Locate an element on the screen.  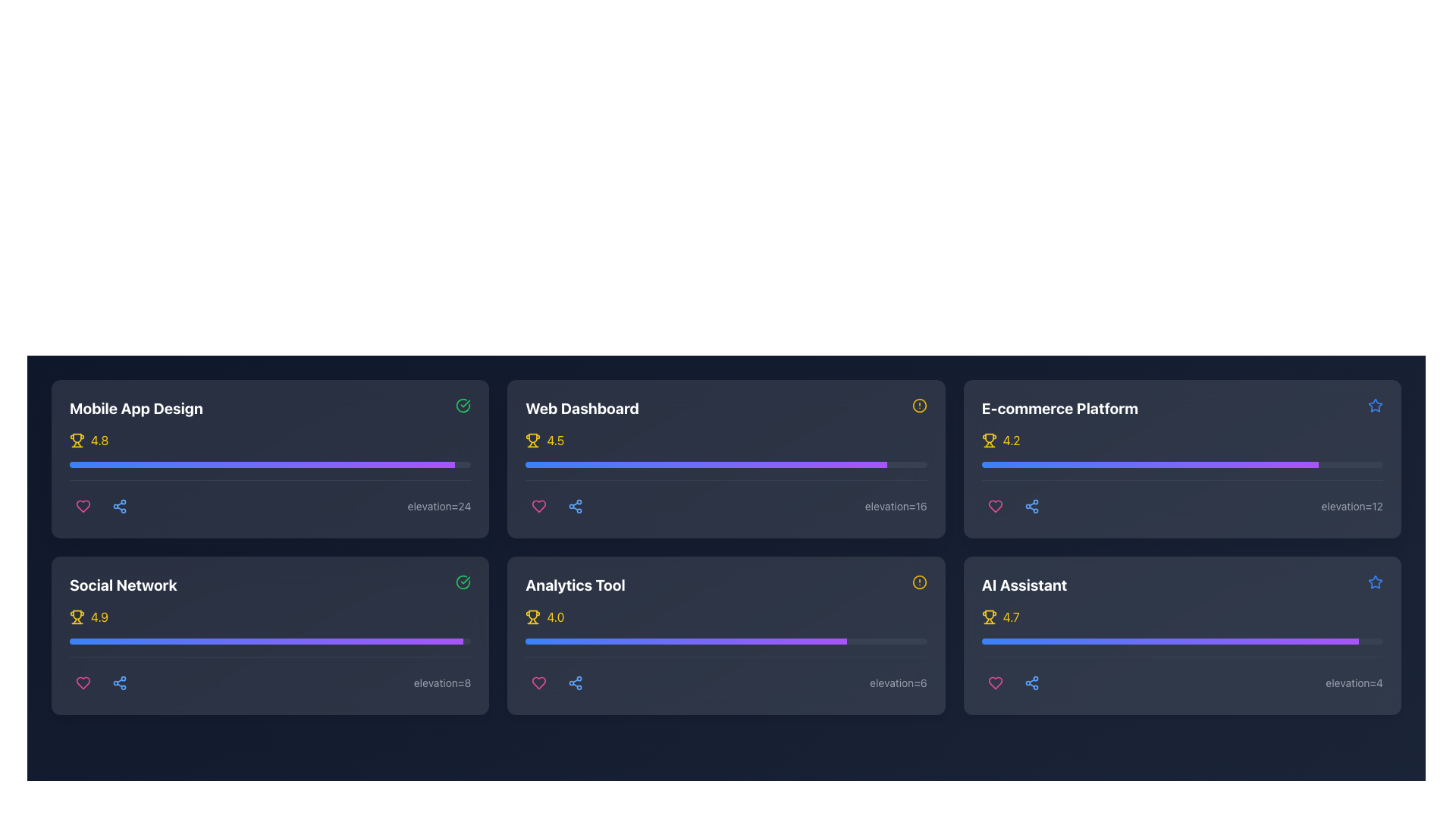
the yellow trophy icon that indicates a rating of 4.7 in the 'AI Assistant' section, positioned near the bottom of the card is located at coordinates (989, 617).